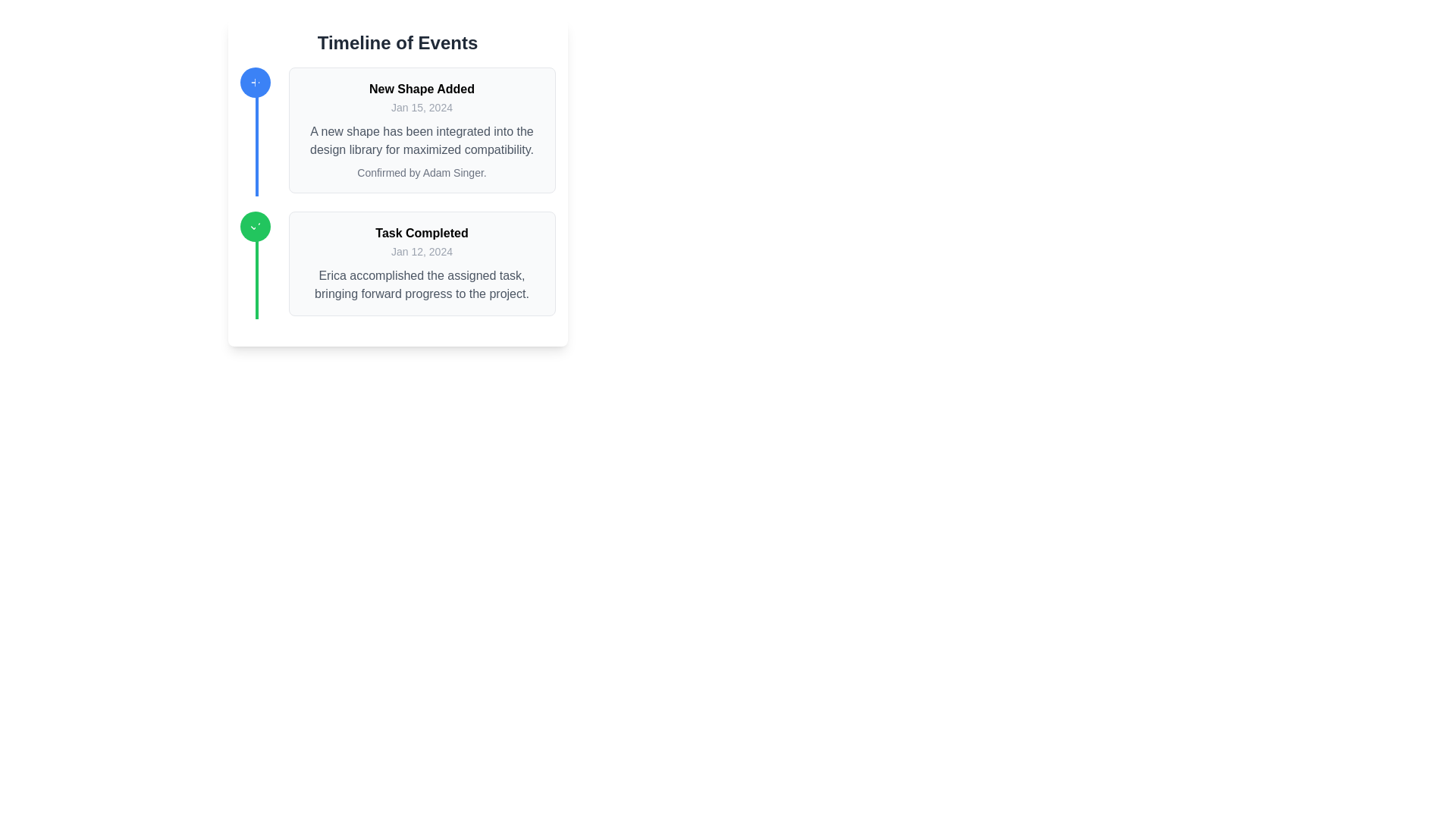 Image resolution: width=1456 pixels, height=819 pixels. Describe the element at coordinates (422, 250) in the screenshot. I see `the text label displaying 'Jan 12, 2024' within the card-like structure under the heading 'Task Completed'` at that location.